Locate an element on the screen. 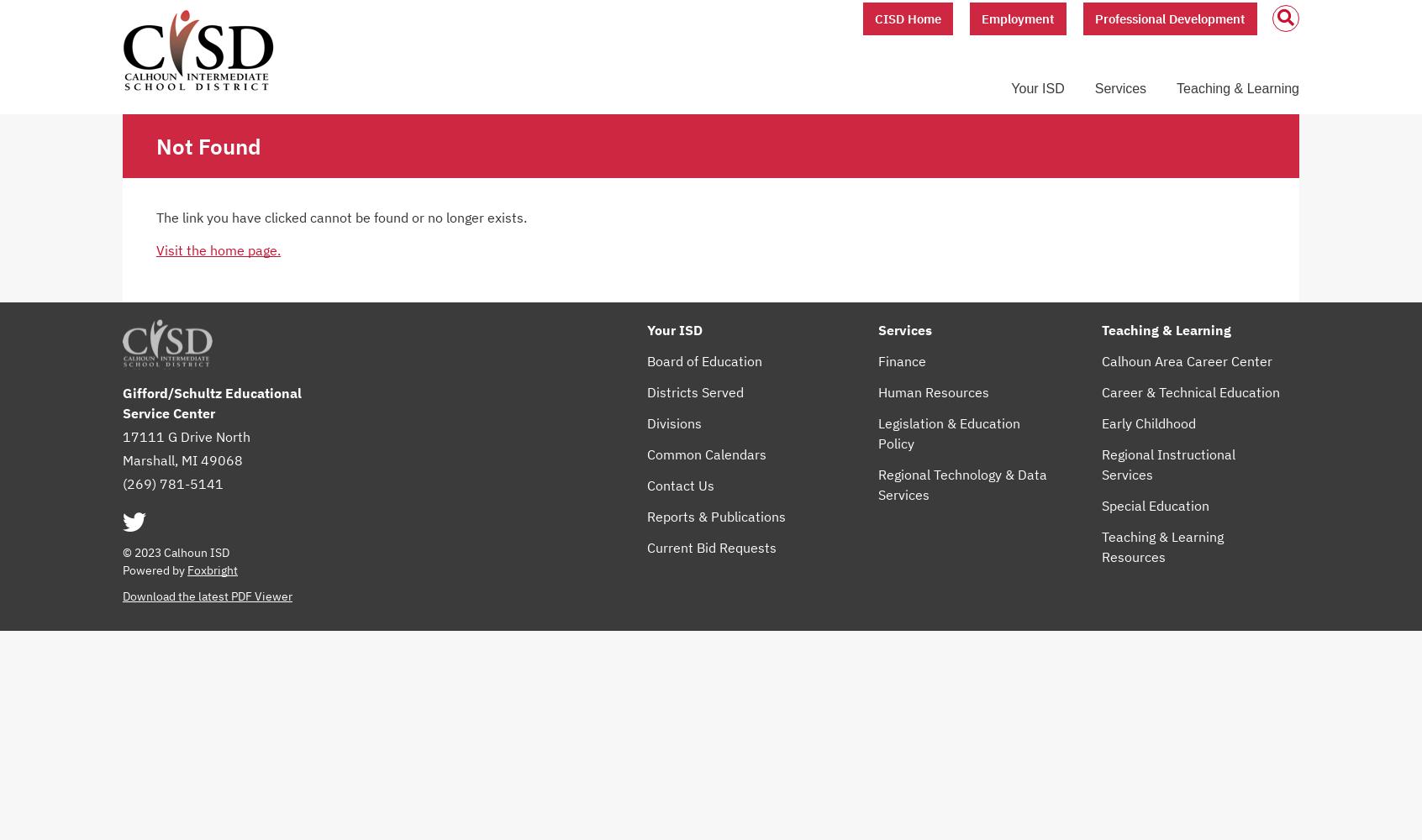 The image size is (1422, 840). 'Services' is located at coordinates (904, 330).